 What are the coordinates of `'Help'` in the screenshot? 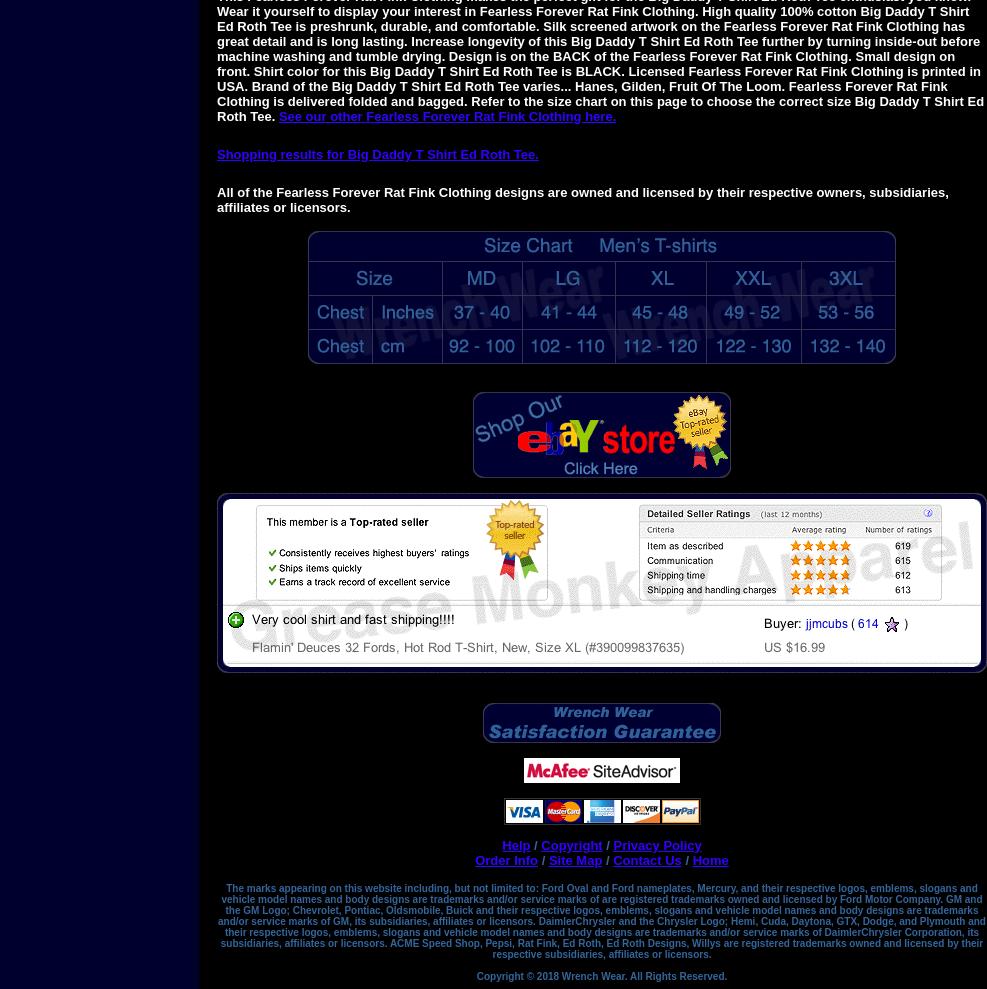 It's located at (516, 845).